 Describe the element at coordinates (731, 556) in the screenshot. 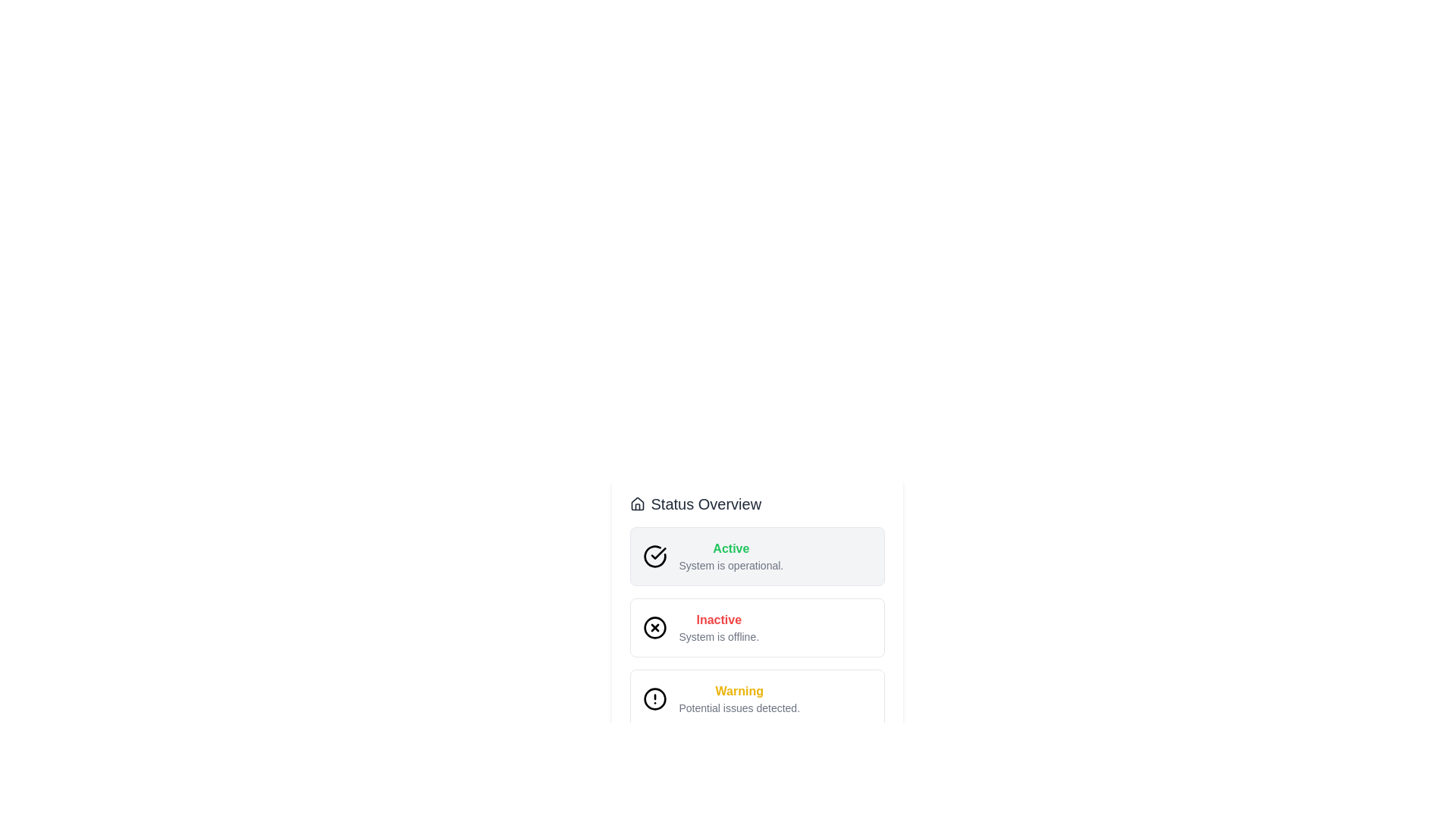

I see `the textual status indicator displaying 'Active' with a green font and the message 'System is operational.' below it, which is the first entry in a vertical status list` at that location.